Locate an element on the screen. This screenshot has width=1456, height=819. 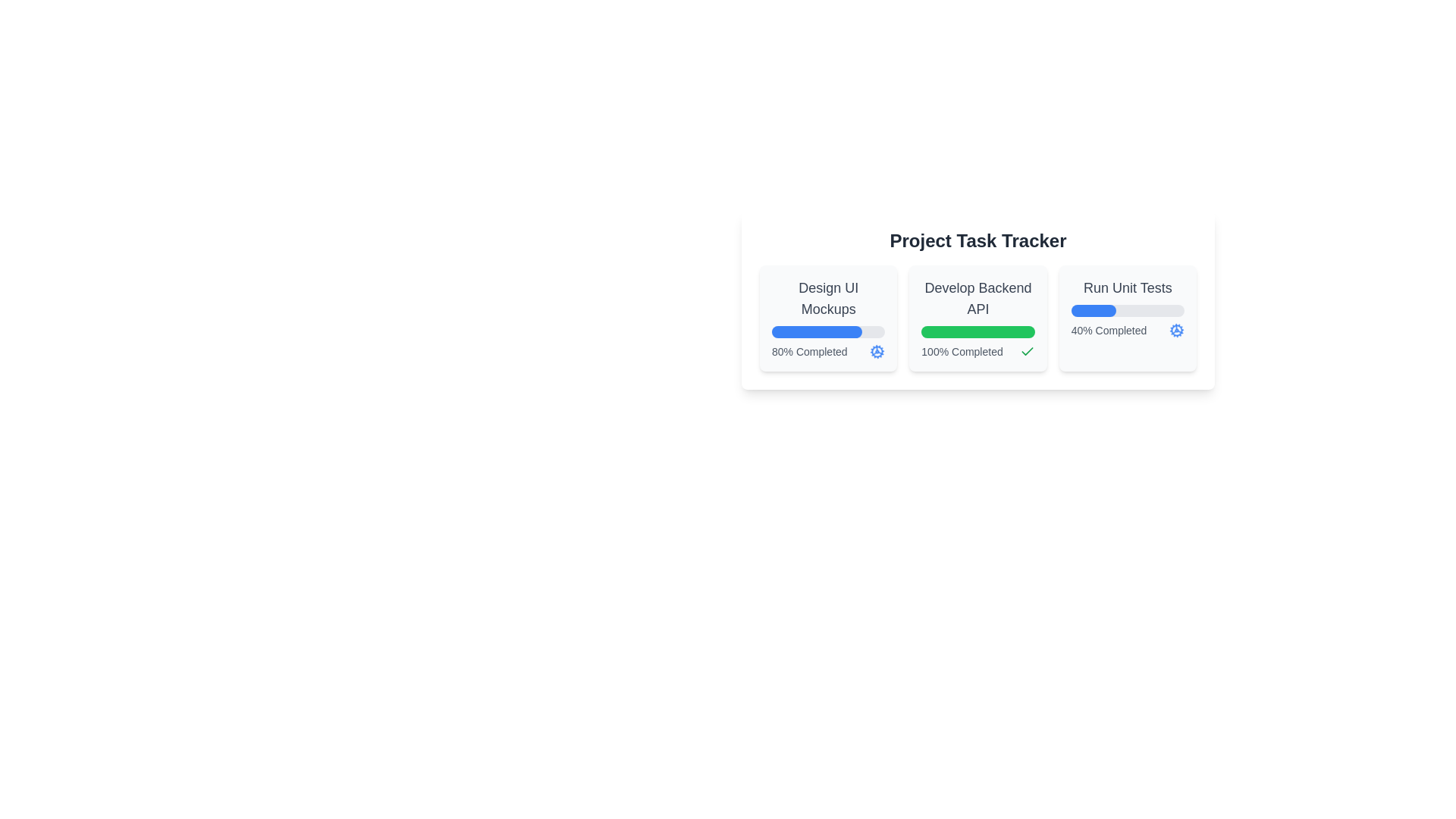
the static text label displaying the percentage of task completion, located in the lower-left part of the card component for 'Design UI Mockups' is located at coordinates (808, 351).